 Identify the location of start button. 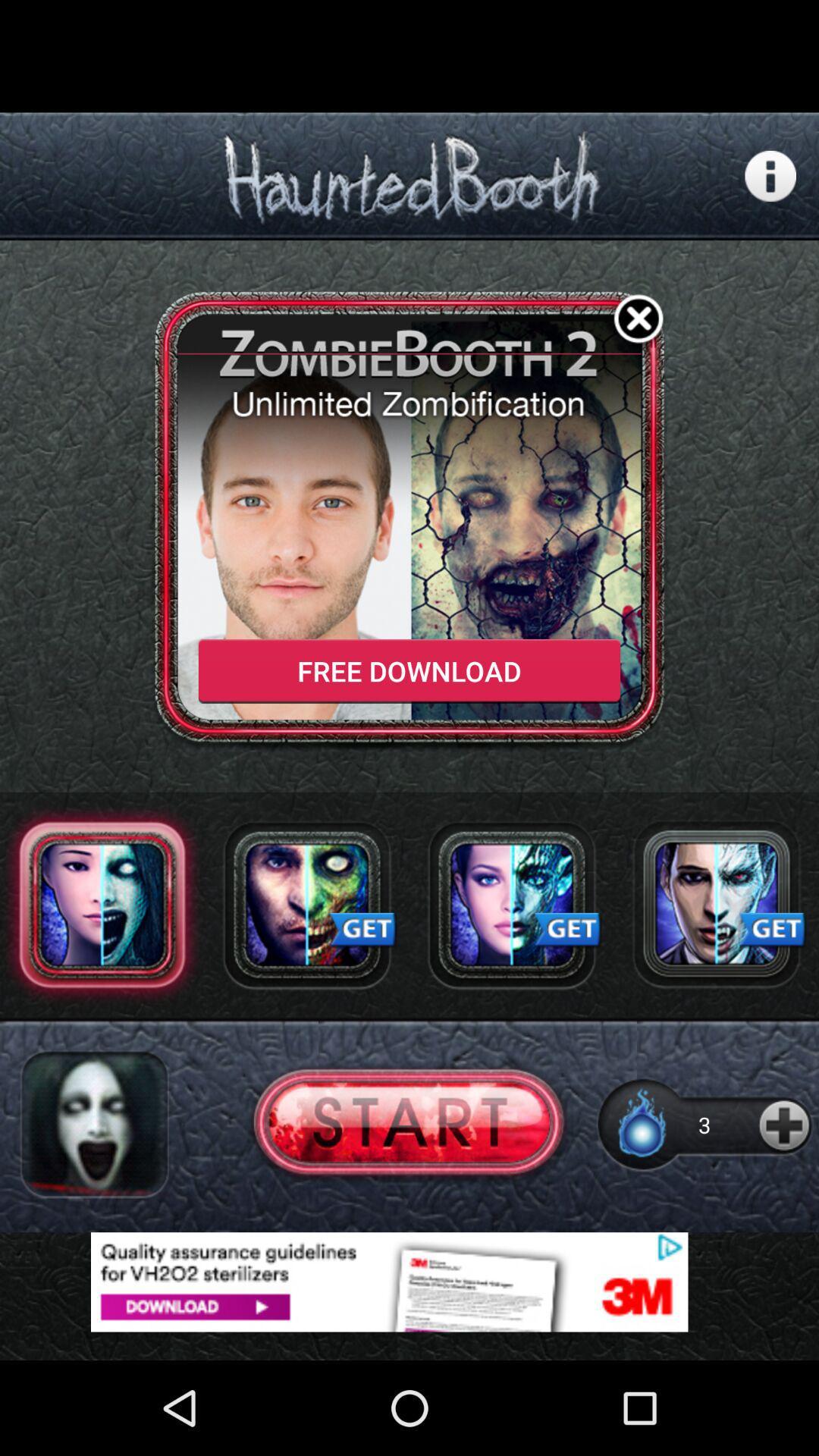
(408, 1125).